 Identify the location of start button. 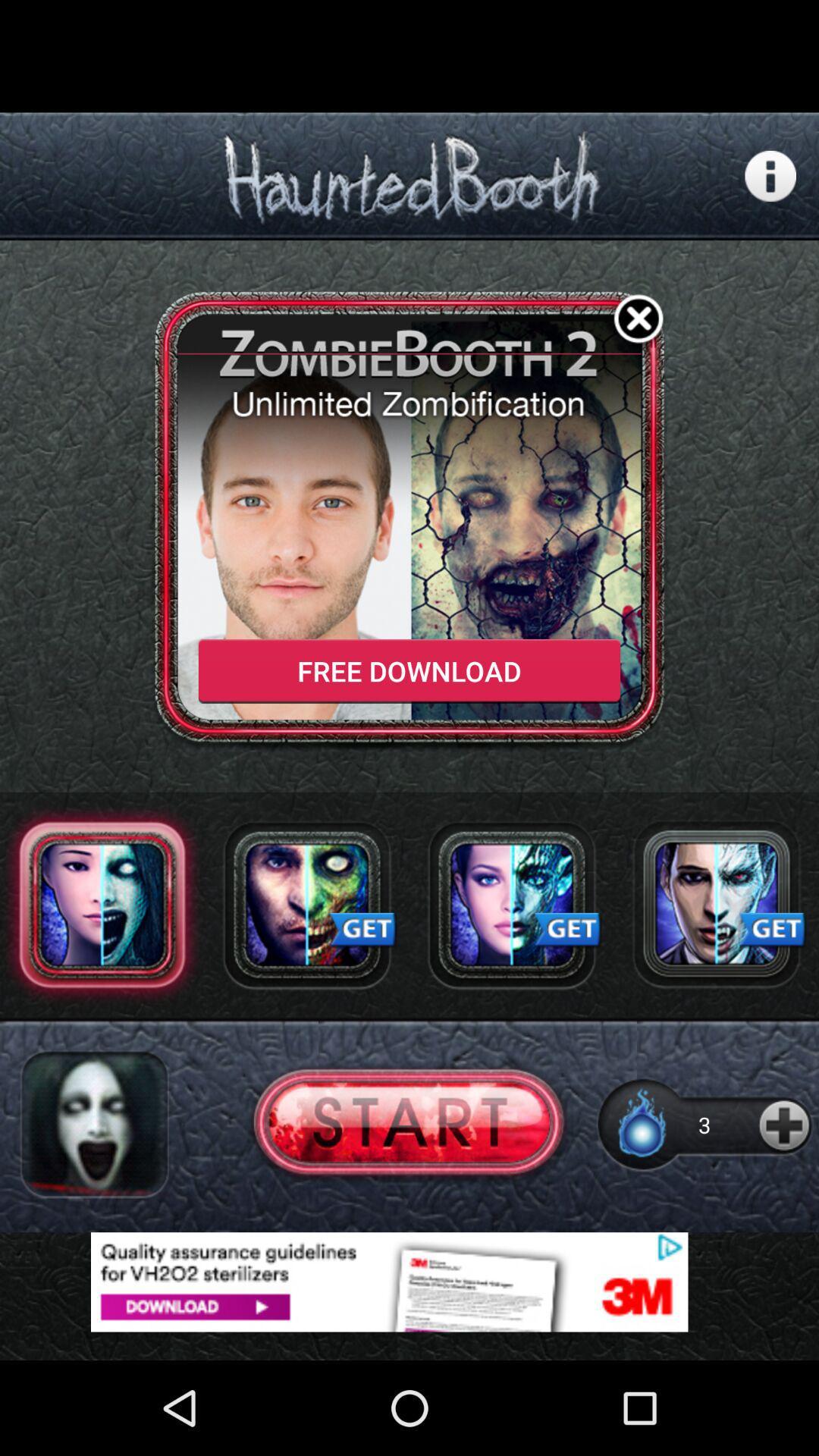
(408, 1125).